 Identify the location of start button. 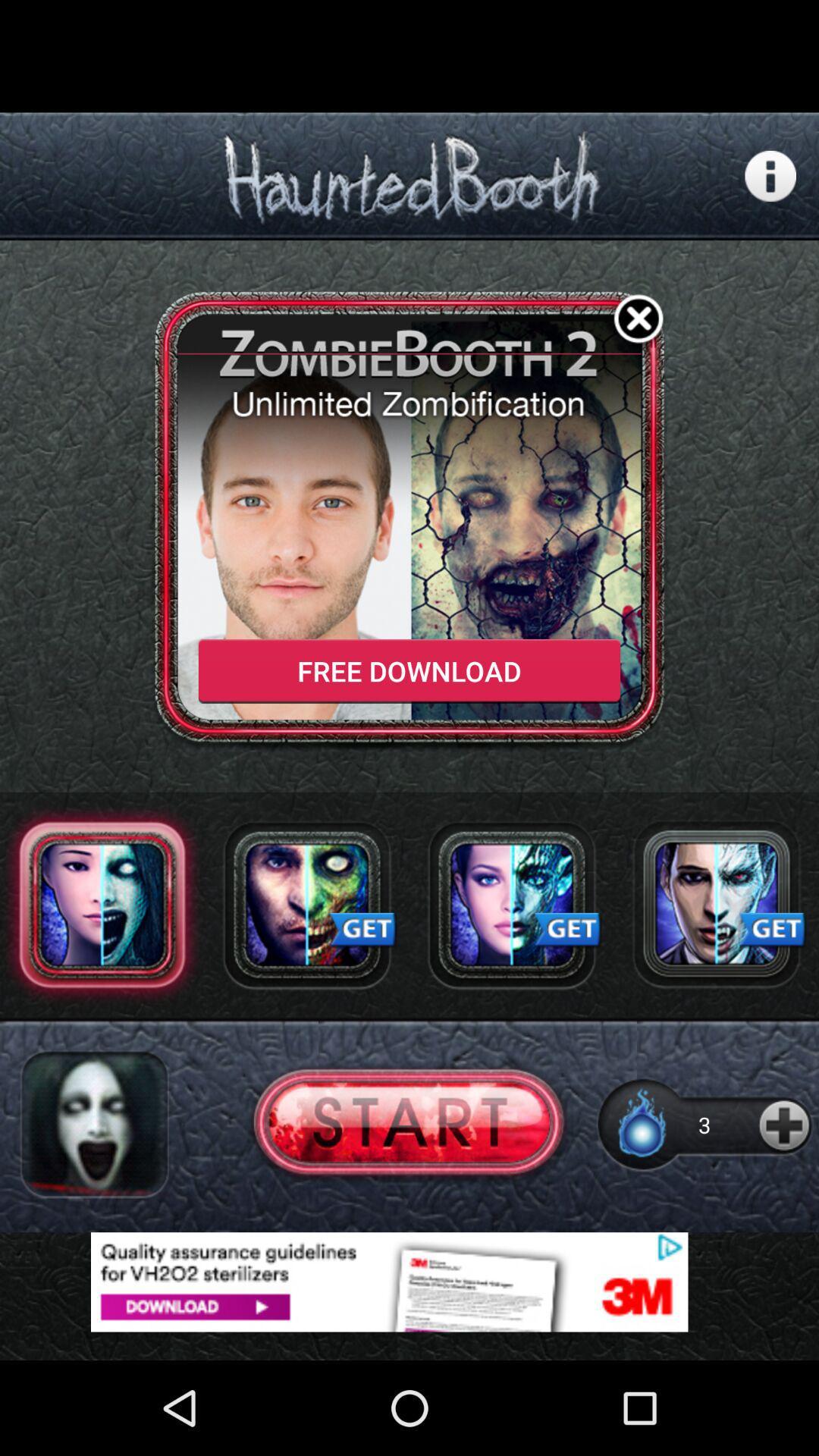
(408, 1125).